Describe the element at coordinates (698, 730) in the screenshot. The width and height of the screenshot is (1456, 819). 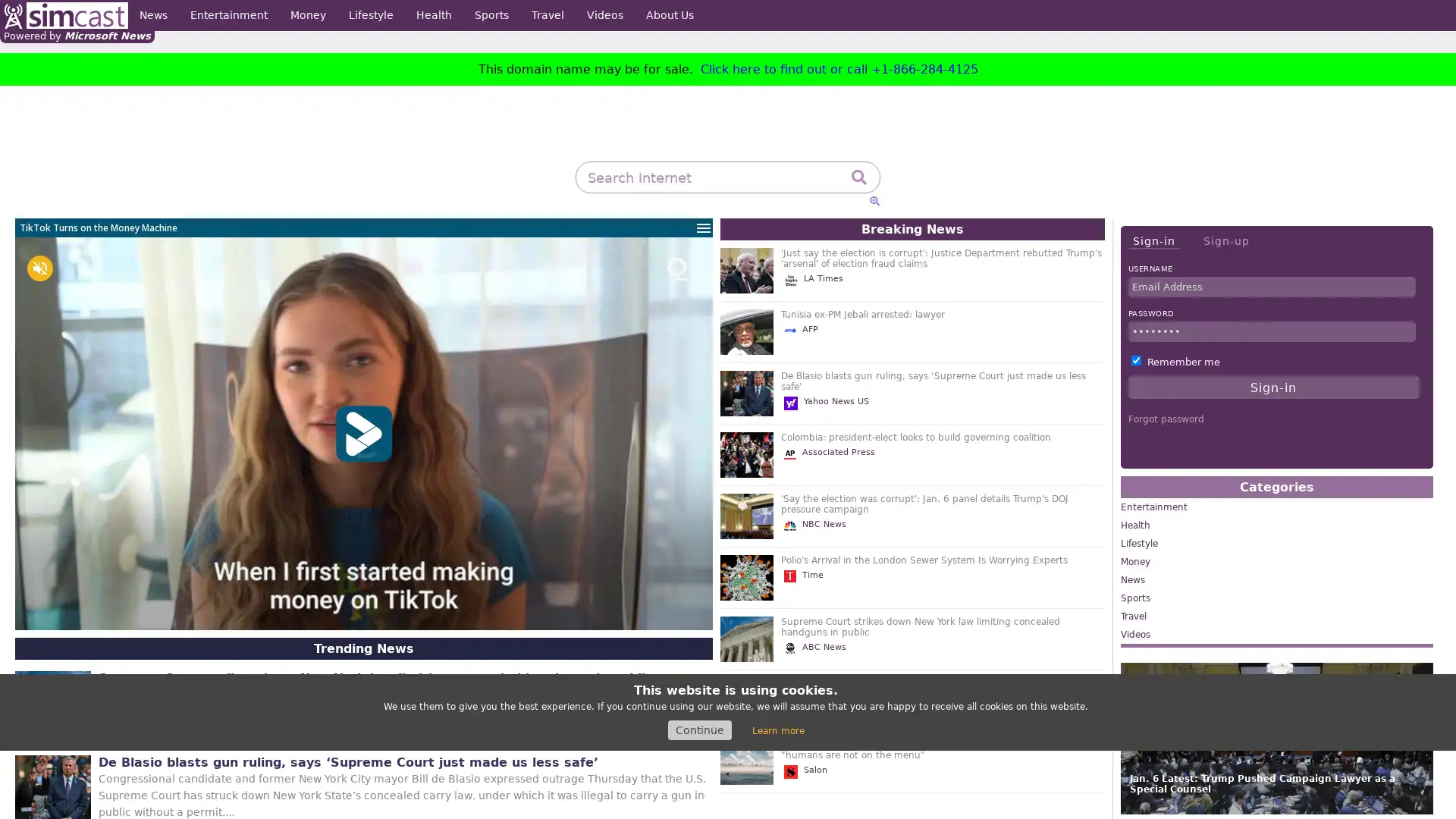
I see `Continue` at that location.